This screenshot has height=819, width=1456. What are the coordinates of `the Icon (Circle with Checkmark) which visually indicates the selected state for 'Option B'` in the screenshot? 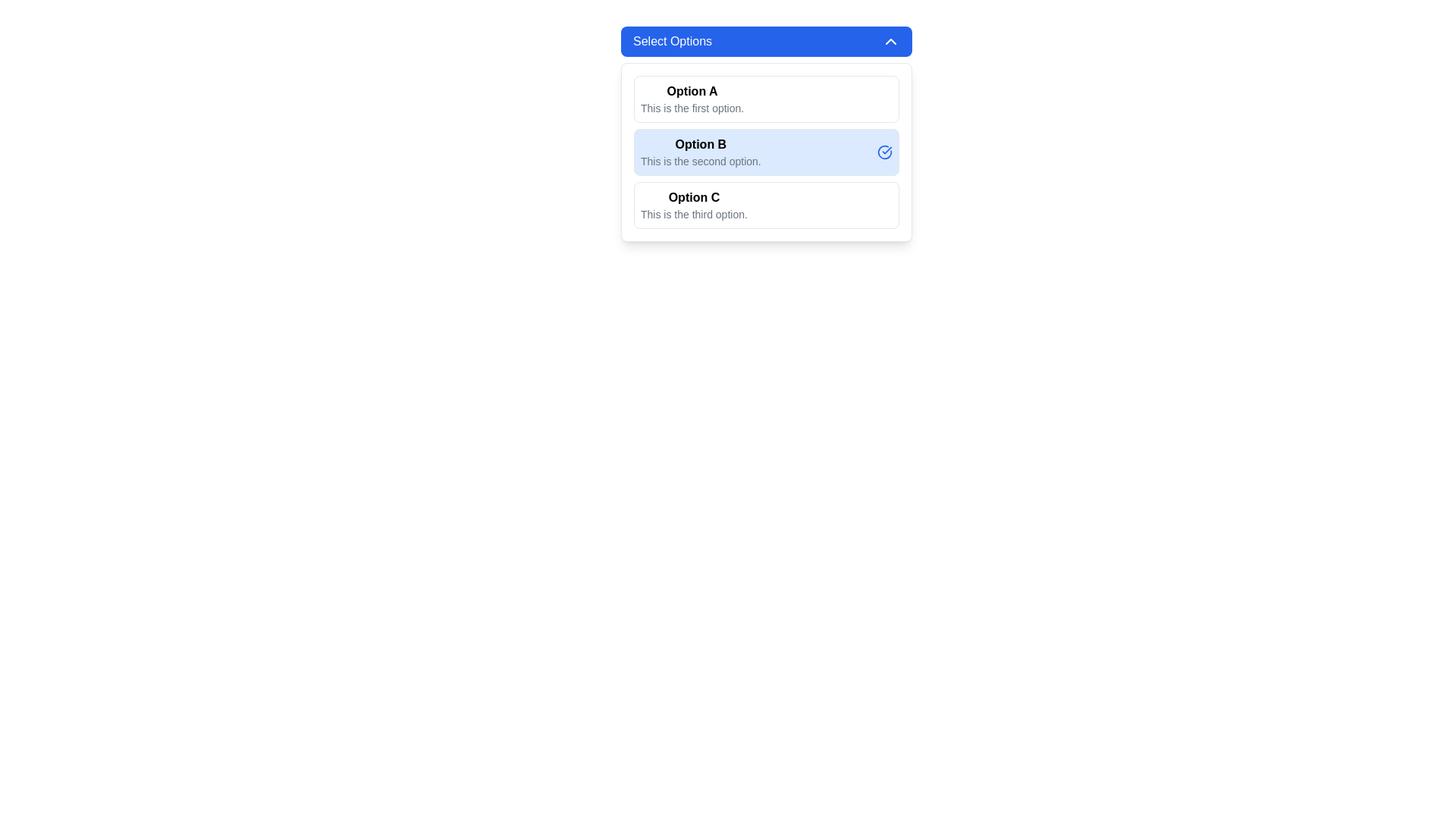 It's located at (884, 152).